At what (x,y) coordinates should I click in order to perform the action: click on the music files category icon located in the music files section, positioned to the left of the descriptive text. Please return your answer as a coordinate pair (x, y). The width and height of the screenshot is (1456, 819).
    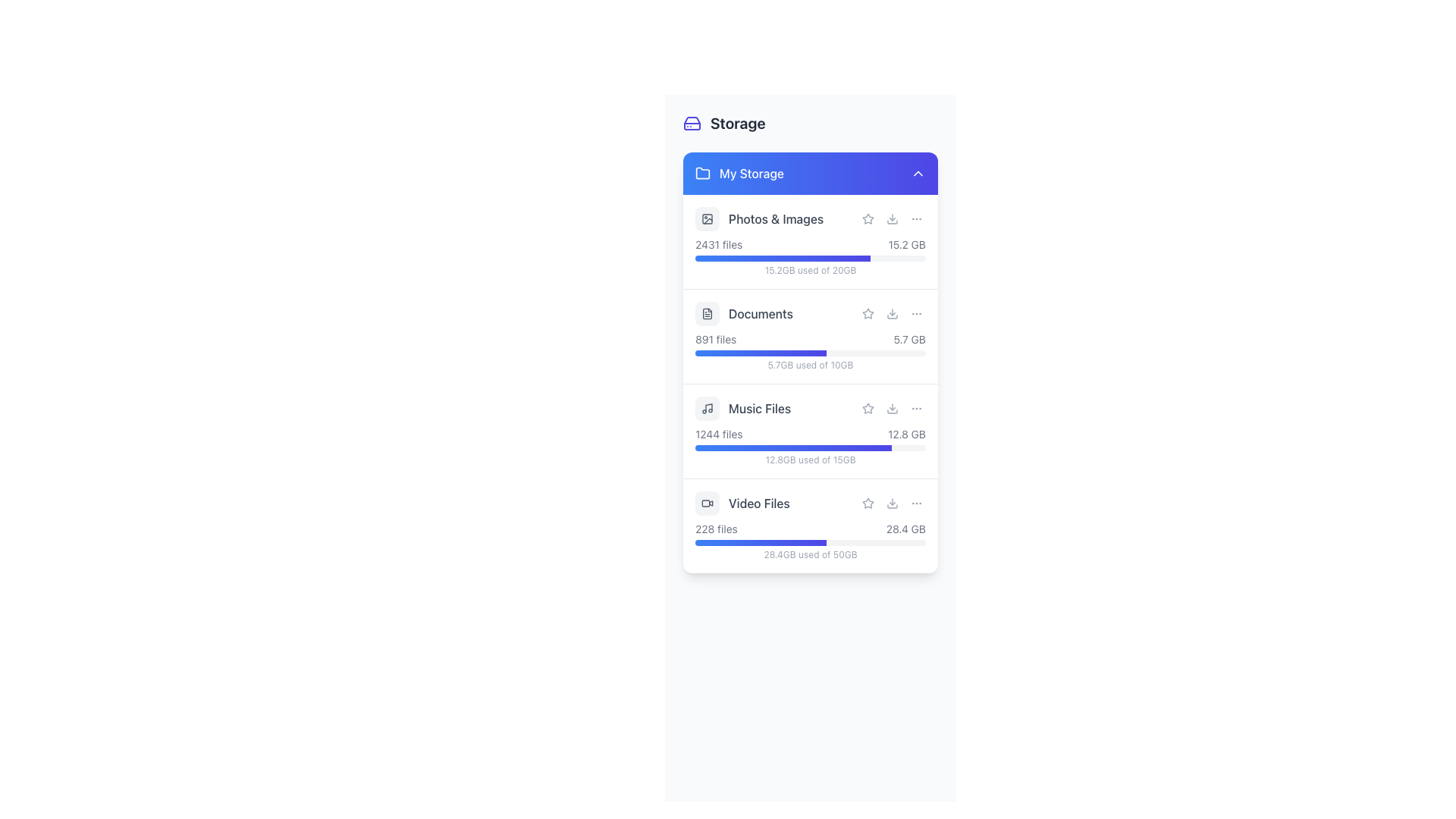
    Looking at the image, I should click on (706, 408).